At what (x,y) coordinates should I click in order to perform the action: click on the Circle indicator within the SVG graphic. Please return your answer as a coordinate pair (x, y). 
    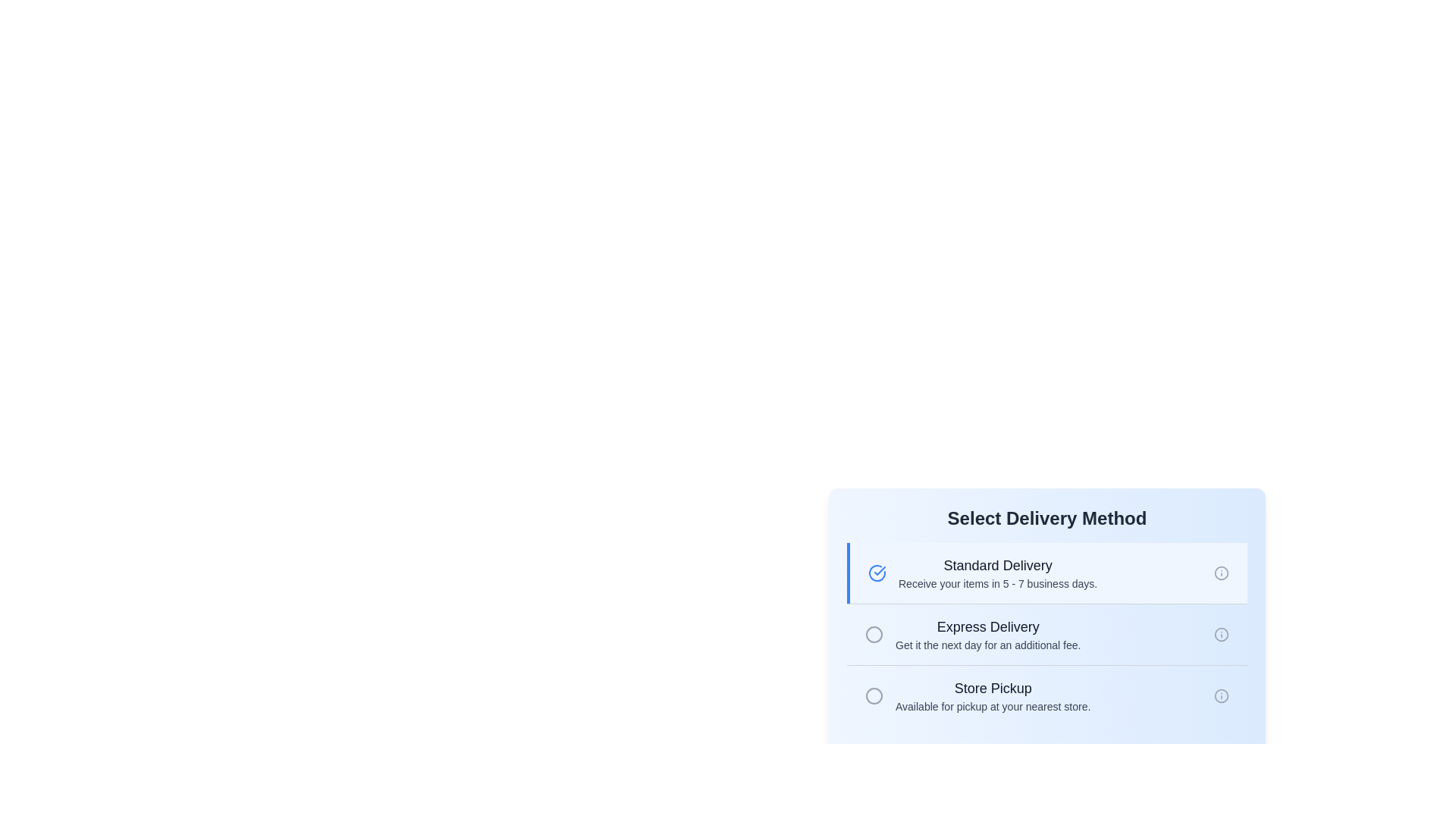
    Looking at the image, I should click on (874, 635).